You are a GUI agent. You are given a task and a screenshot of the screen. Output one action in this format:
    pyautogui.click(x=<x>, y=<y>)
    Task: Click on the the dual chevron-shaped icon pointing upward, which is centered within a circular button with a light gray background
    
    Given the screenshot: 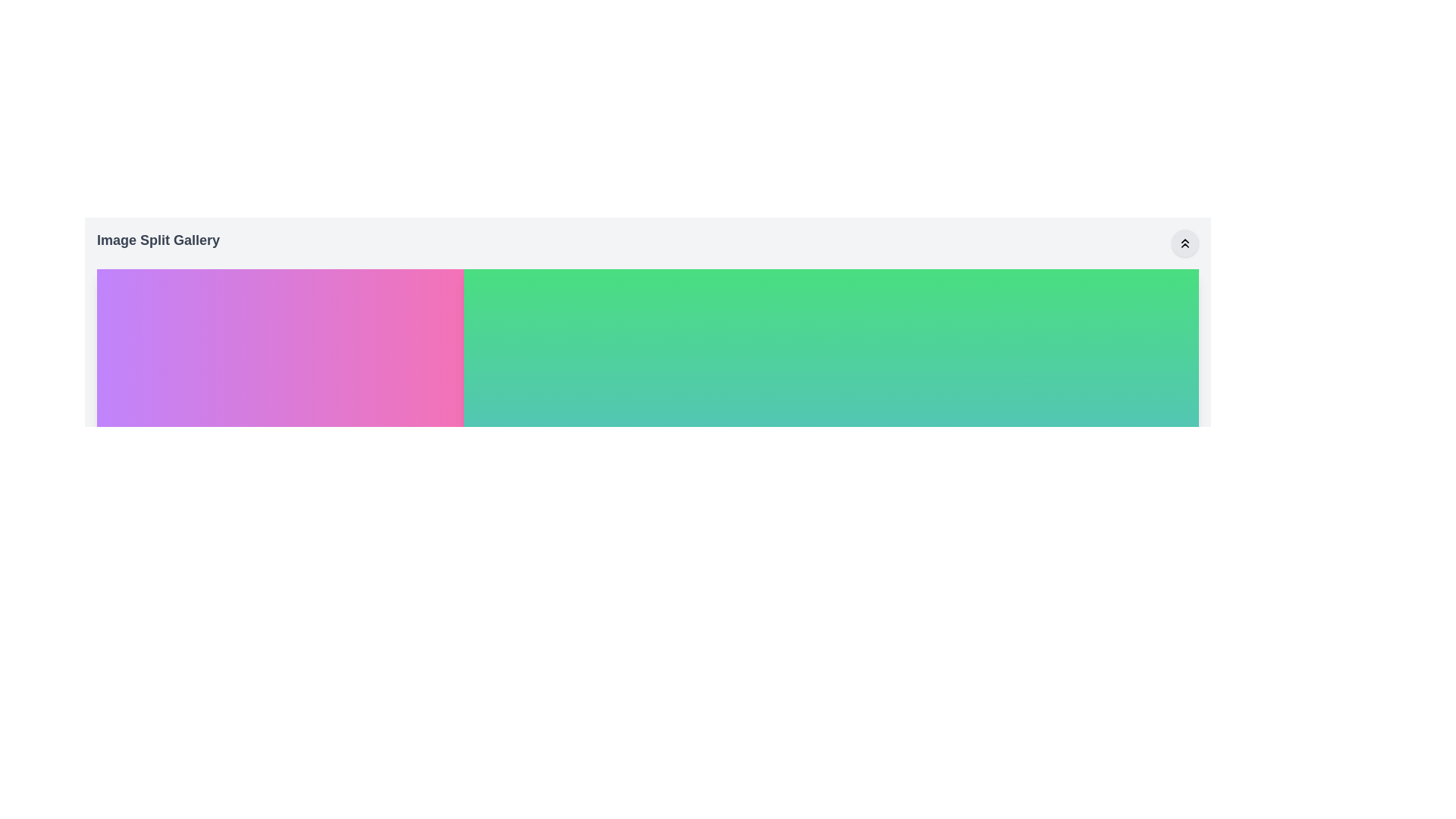 What is the action you would take?
    pyautogui.click(x=1185, y=242)
    